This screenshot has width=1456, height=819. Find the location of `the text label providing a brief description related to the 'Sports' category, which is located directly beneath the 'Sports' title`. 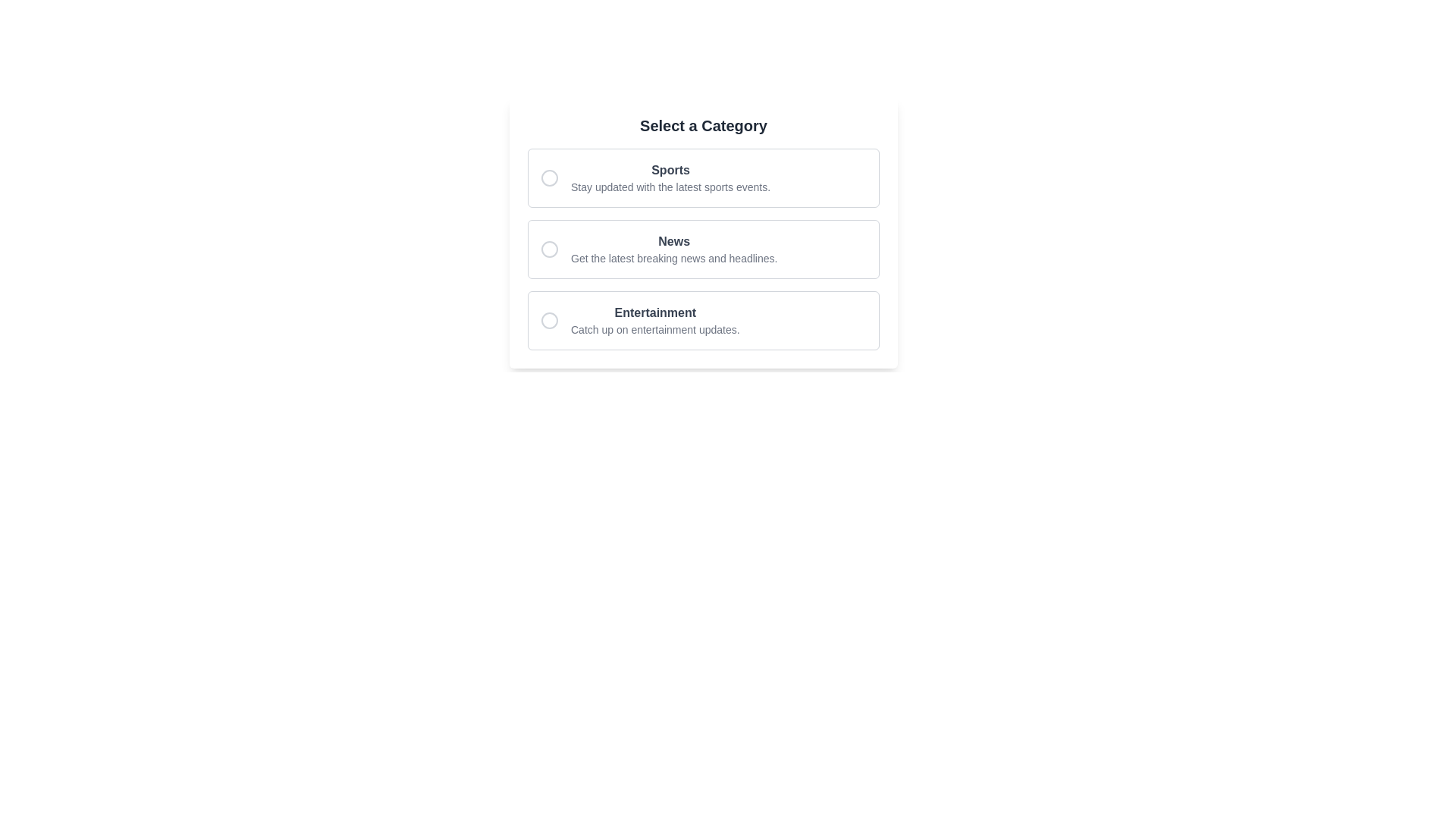

the text label providing a brief description related to the 'Sports' category, which is located directly beneath the 'Sports' title is located at coordinates (670, 186).